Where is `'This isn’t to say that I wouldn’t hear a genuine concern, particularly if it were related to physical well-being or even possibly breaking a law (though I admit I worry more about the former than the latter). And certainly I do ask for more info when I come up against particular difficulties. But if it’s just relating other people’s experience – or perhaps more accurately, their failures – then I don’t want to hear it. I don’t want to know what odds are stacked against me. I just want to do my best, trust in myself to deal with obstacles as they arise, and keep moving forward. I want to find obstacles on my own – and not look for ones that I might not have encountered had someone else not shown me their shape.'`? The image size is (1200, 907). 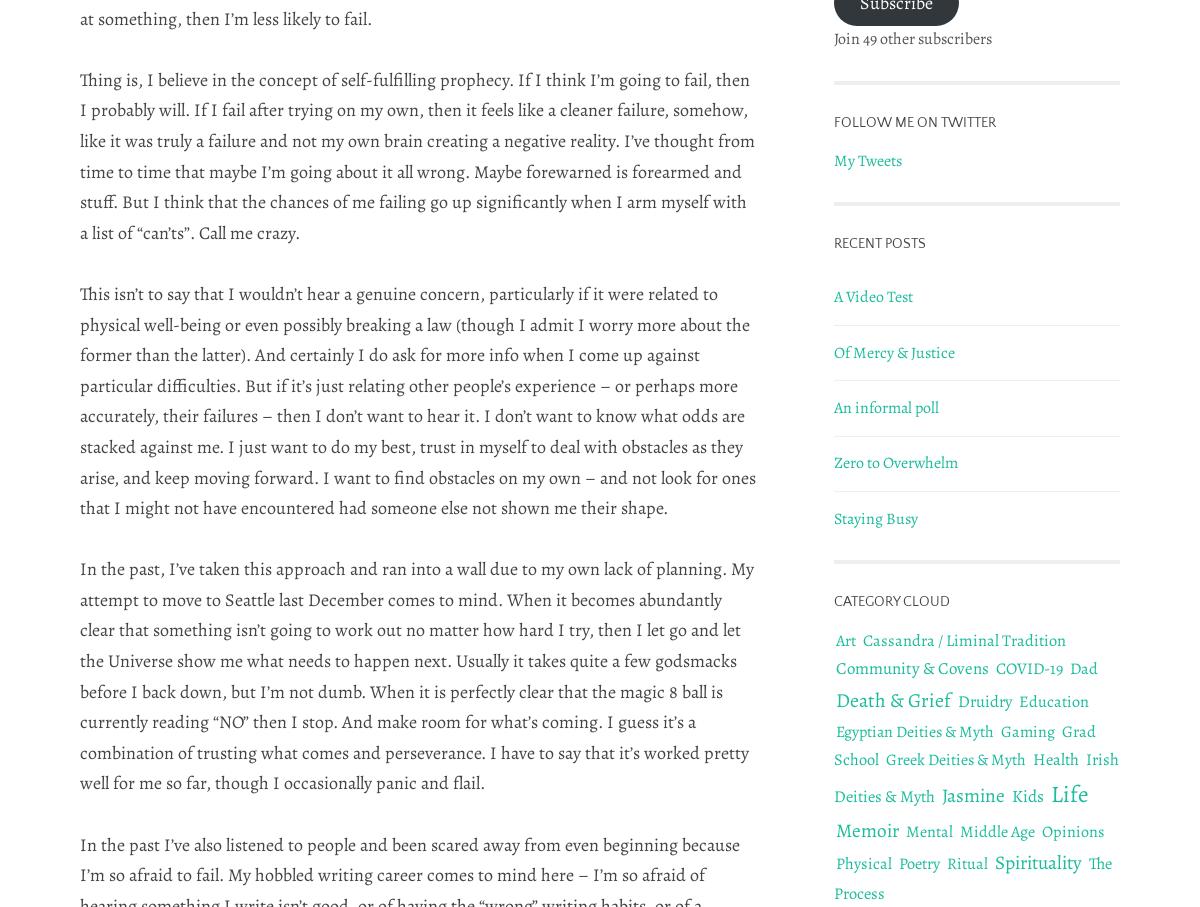
'This isn’t to say that I wouldn’t hear a genuine concern, particularly if it were related to physical well-being or even possibly breaking a law (though I admit I worry more about the former than the latter). And certainly I do ask for more info when I come up against particular difficulties. But if it’s just relating other people’s experience – or perhaps more accurately, their failures – then I don’t want to hear it. I don’t want to know what odds are stacked against me. I just want to do my best, trust in myself to deal with obstacles as they arise, and keep moving forward. I want to find obstacles on my own – and not look for ones that I might not have encountered had someone else not shown me their shape.' is located at coordinates (417, 400).